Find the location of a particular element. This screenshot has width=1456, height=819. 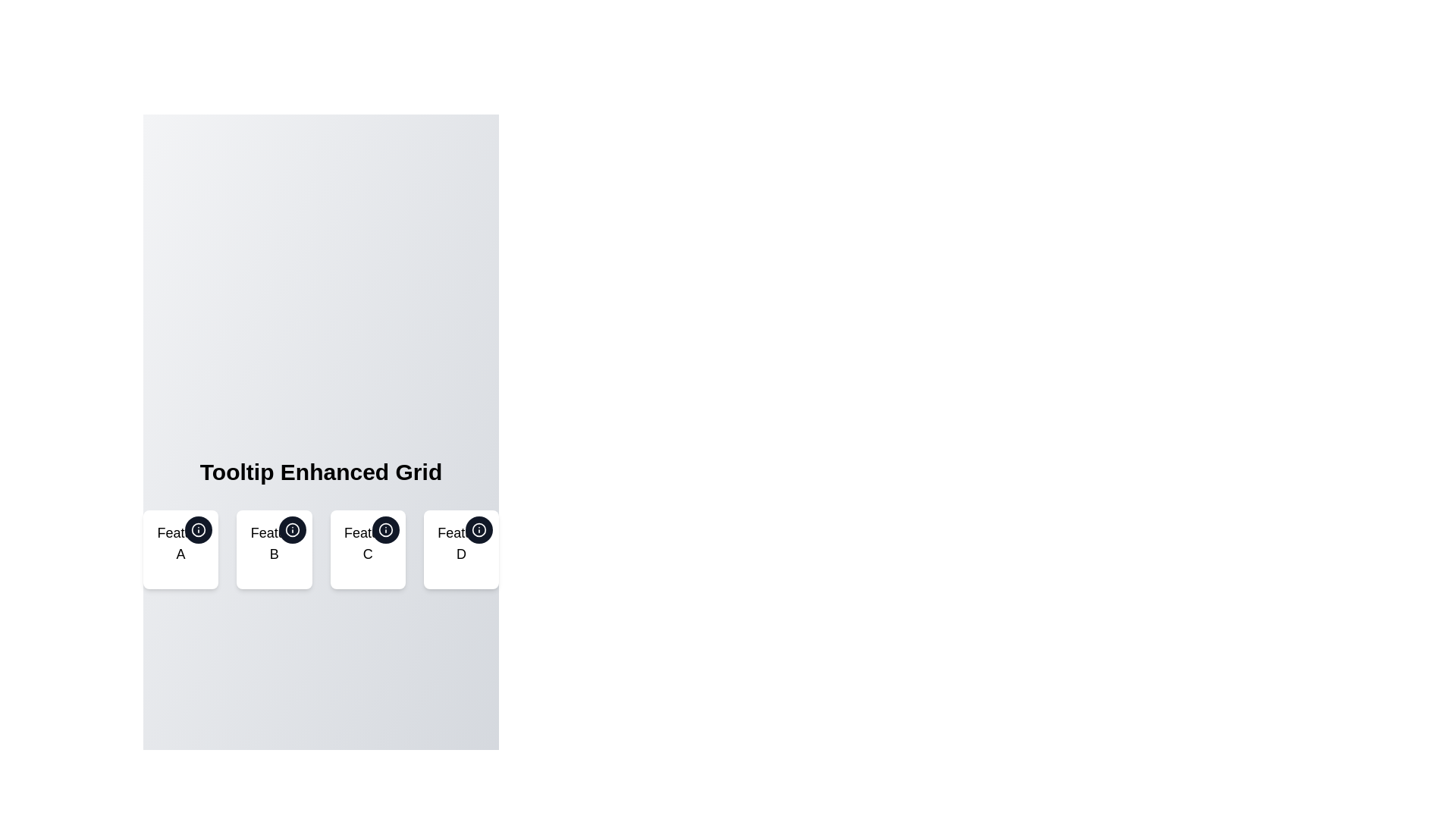

the informational icon related to the label 'Feat C' for accessibility navigation is located at coordinates (385, 529).